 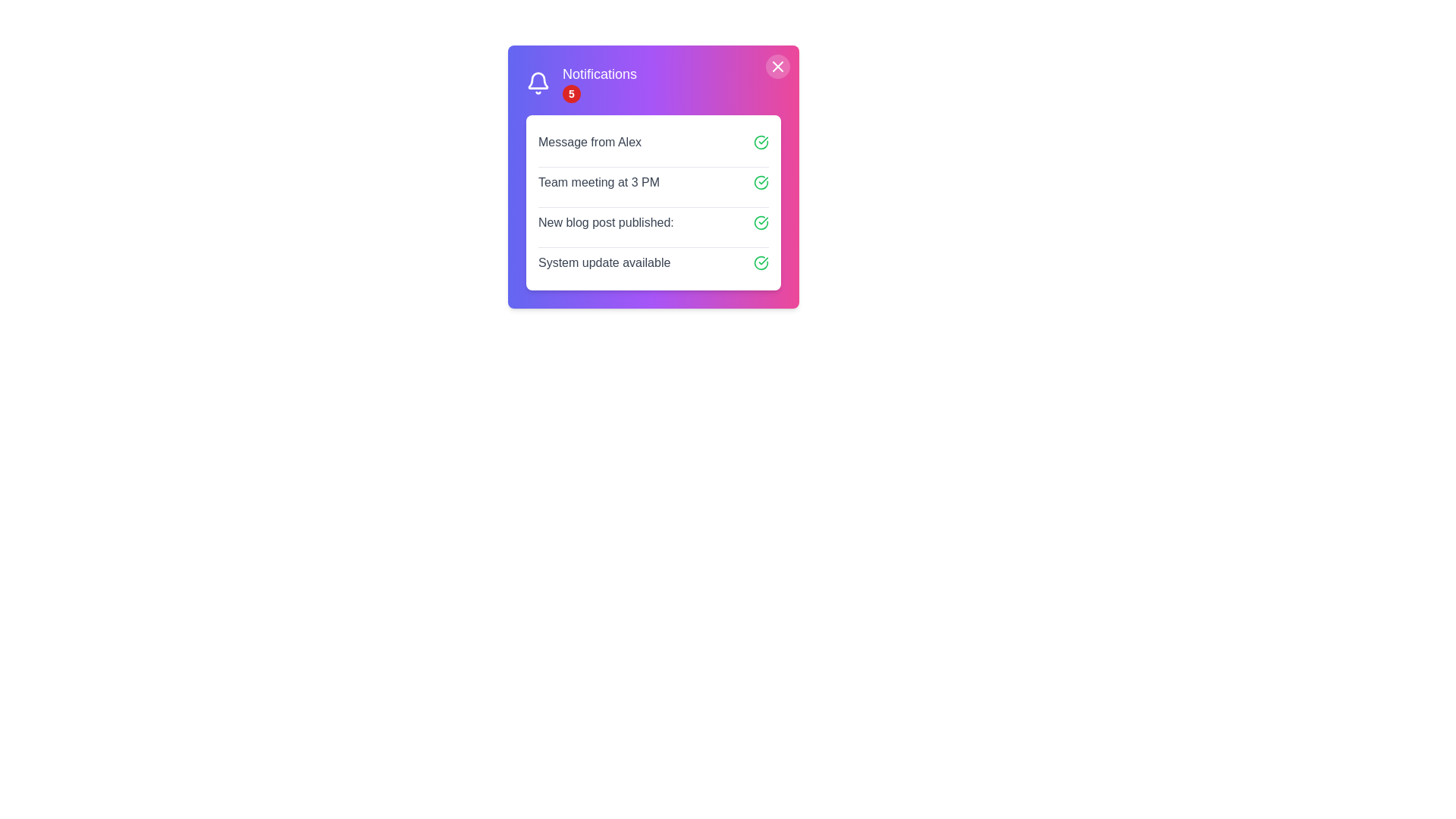 What do you see at coordinates (761, 262) in the screenshot?
I see `the status representation of the icon that indicates 'System update available' on the far-right side of the notification row` at bounding box center [761, 262].